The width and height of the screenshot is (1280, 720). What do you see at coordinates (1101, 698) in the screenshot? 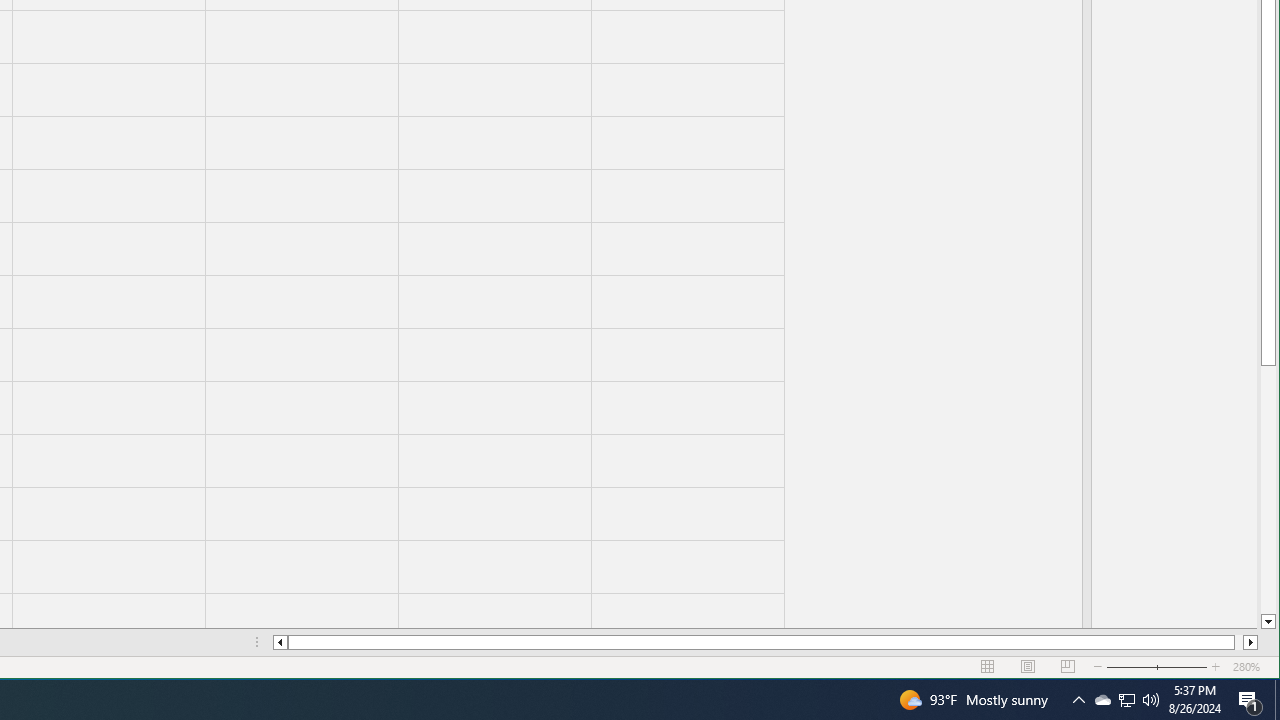
I see `'Notification Chevron'` at bounding box center [1101, 698].